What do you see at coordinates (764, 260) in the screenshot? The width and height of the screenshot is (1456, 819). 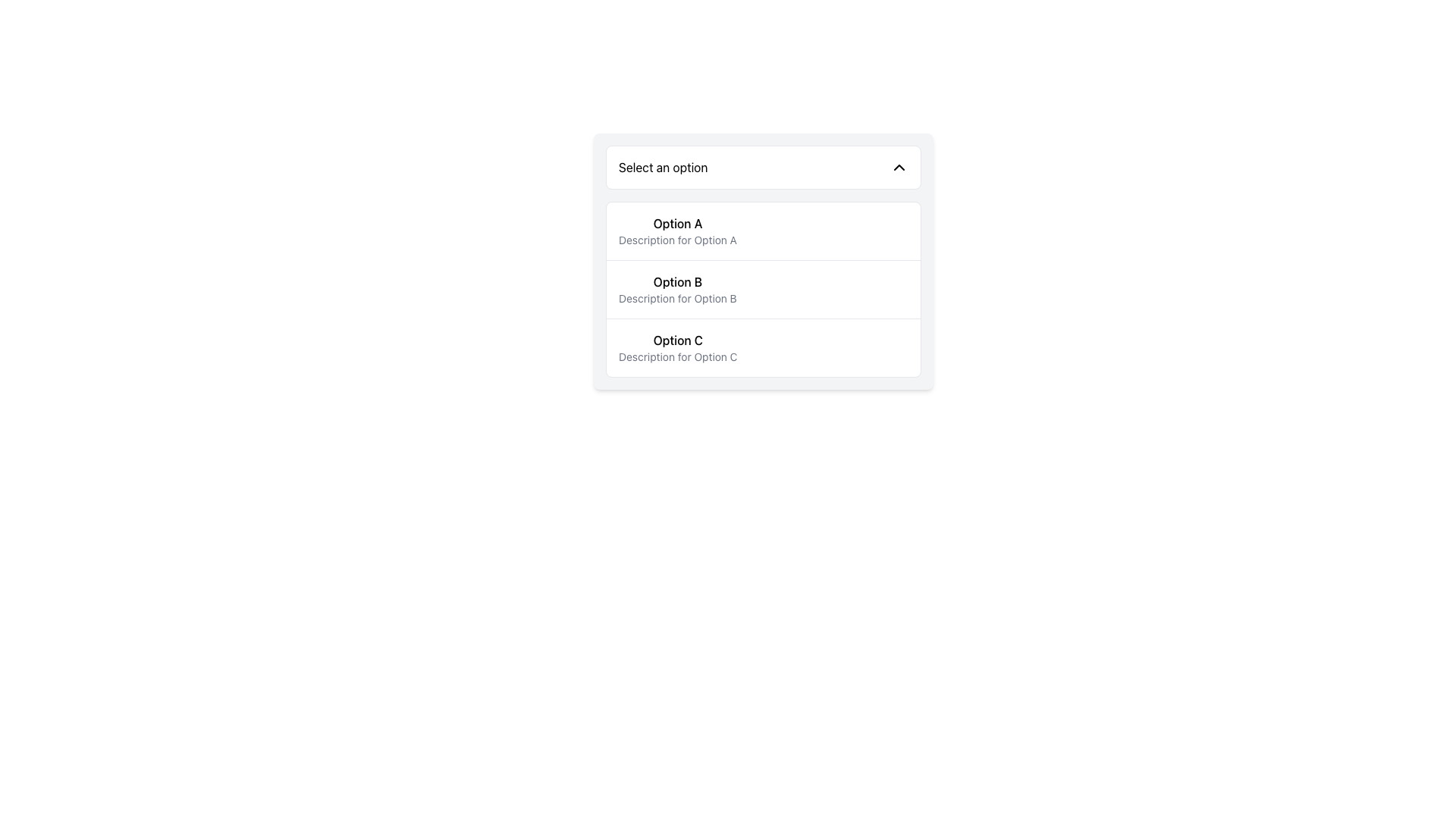 I see `to select the second option in the dropdown list labeled 'Option B', which features a white background and includes a description below it` at bounding box center [764, 260].